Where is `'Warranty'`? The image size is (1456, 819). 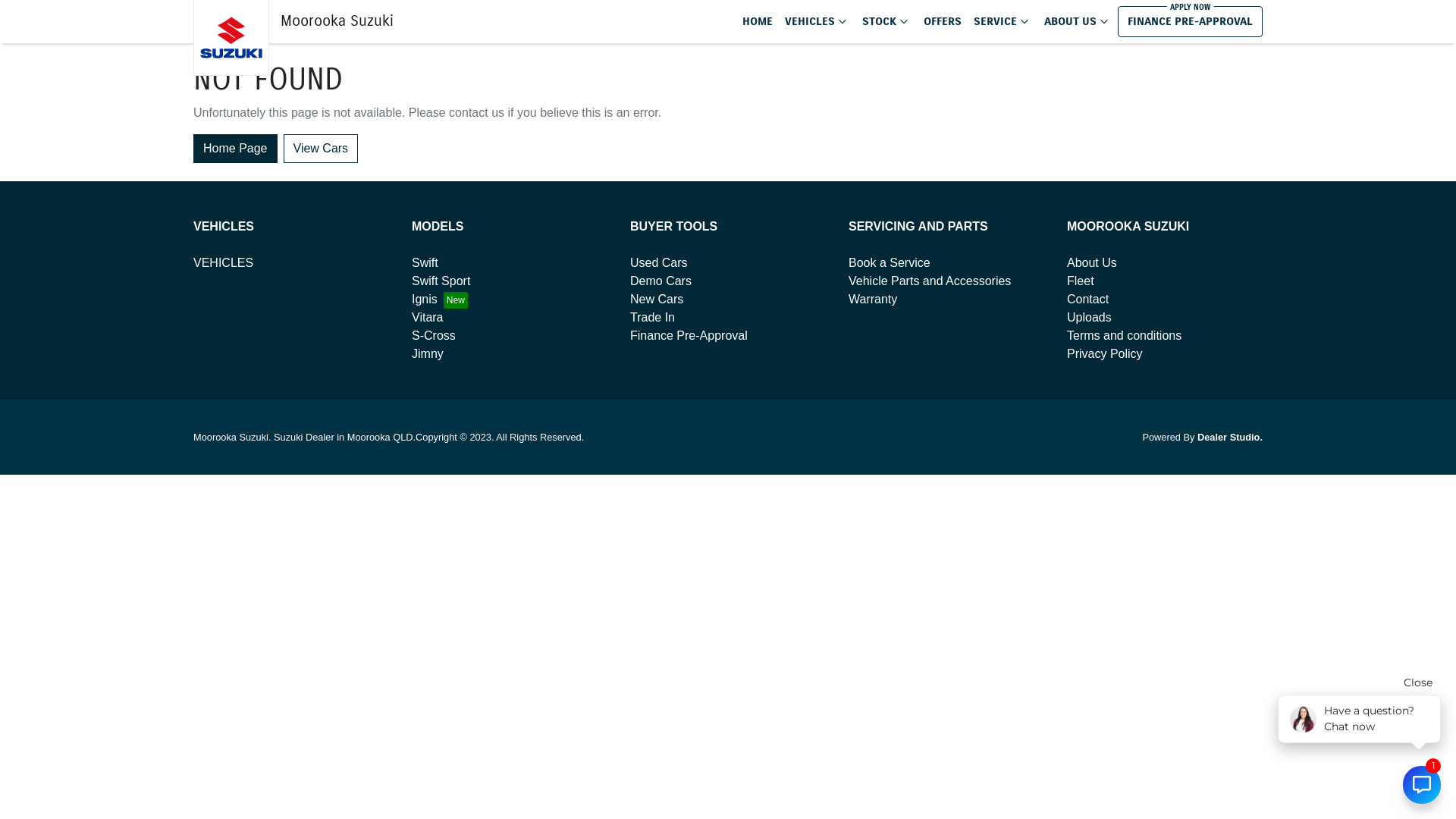
'Warranty' is located at coordinates (873, 299).